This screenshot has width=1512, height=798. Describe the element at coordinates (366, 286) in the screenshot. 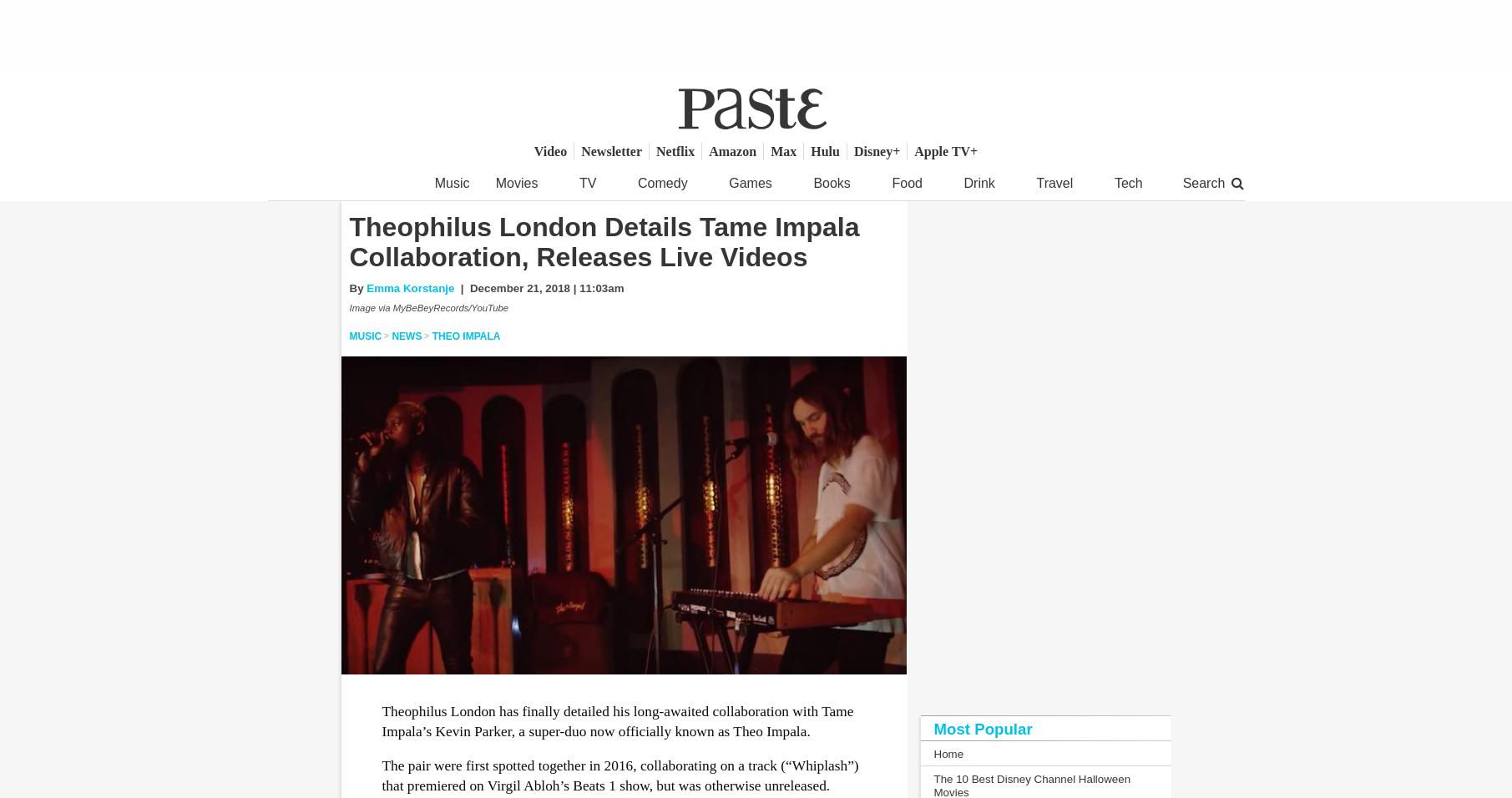

I see `'Emma Korstanje'` at that location.